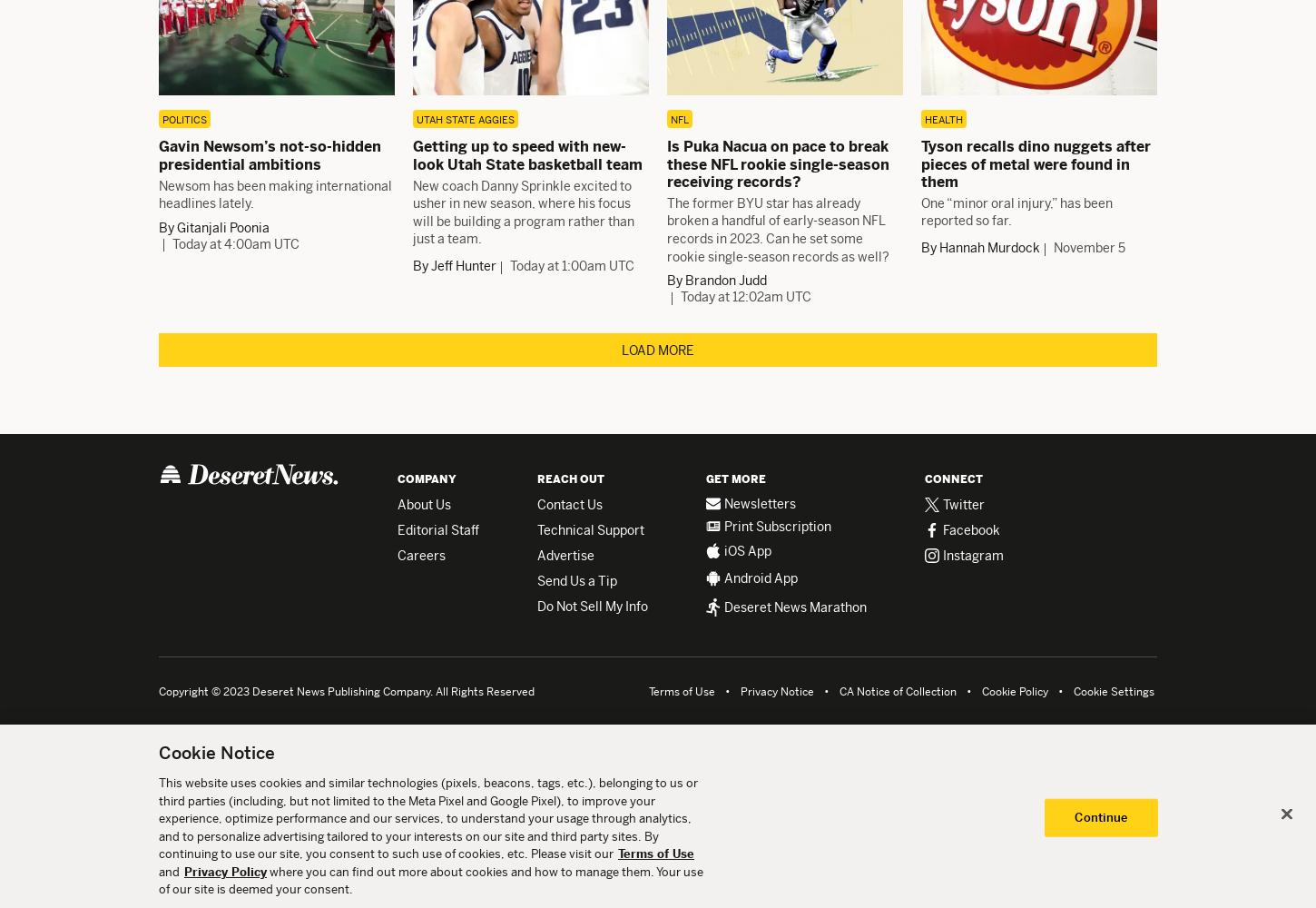  Describe the element at coordinates (1088, 248) in the screenshot. I see `'November 5'` at that location.